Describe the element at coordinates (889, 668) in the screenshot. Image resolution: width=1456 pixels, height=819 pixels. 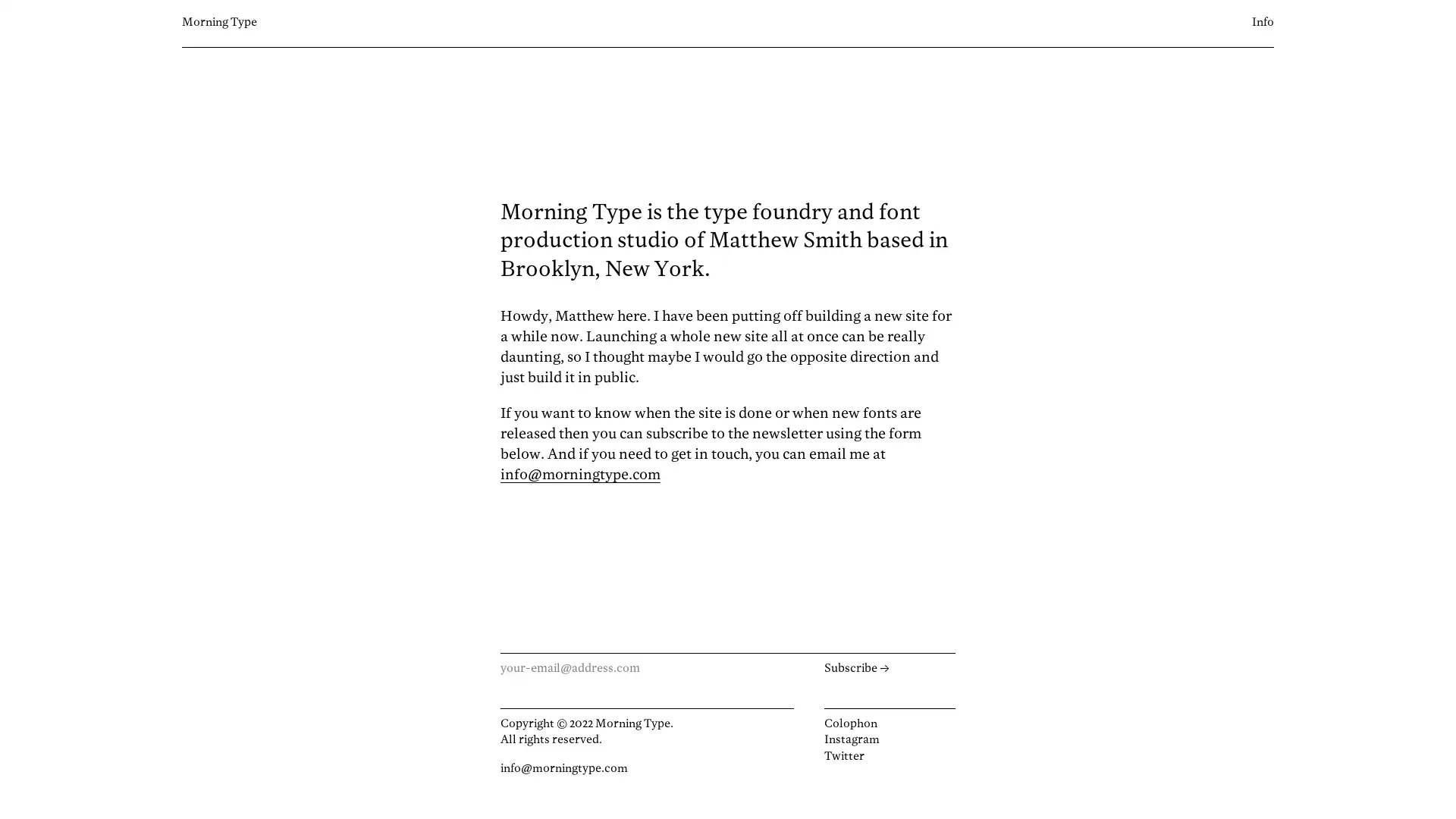
I see `Subscribe` at that location.